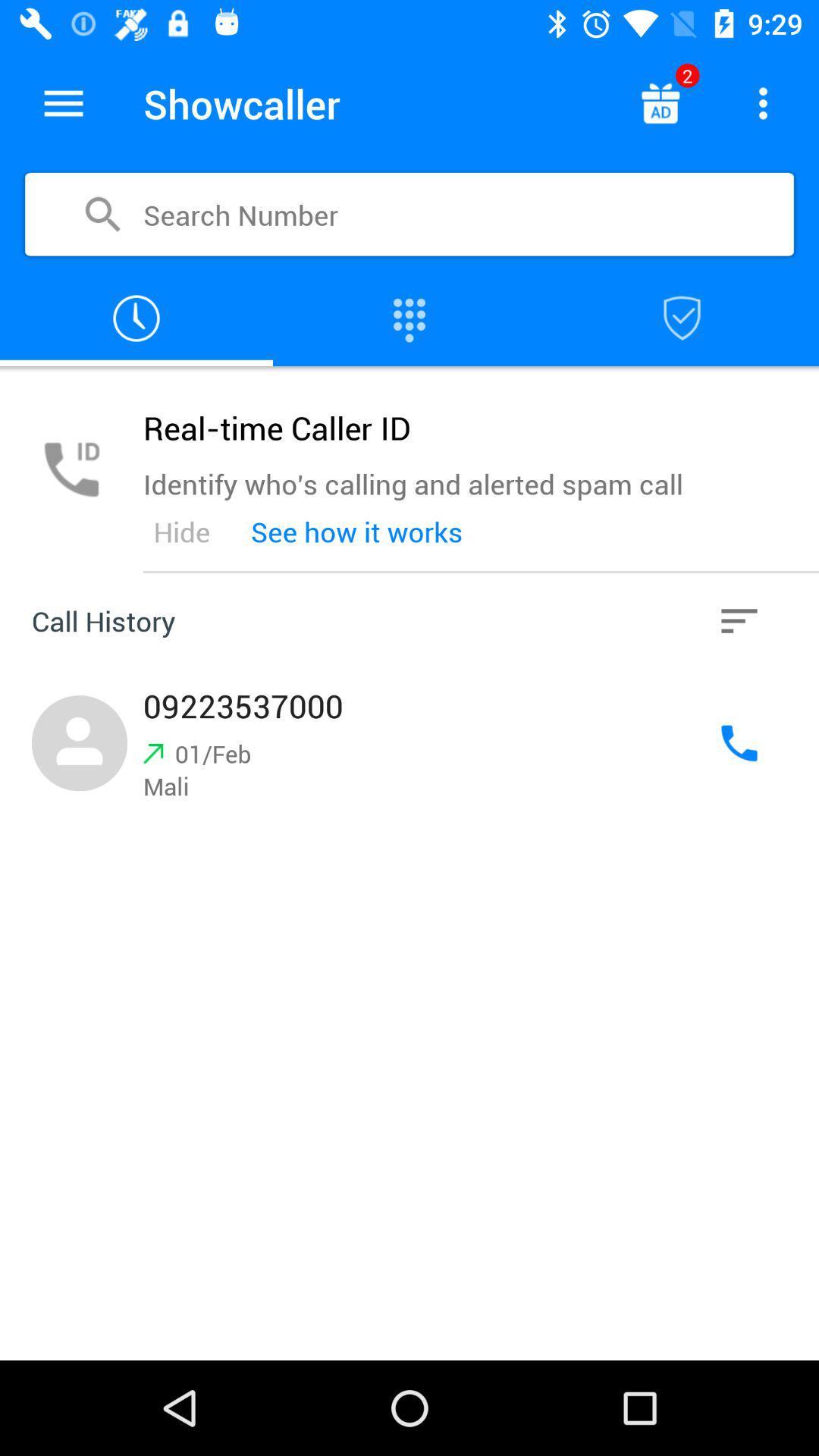 Image resolution: width=819 pixels, height=1456 pixels. Describe the element at coordinates (409, 318) in the screenshot. I see `open numerical keypad` at that location.